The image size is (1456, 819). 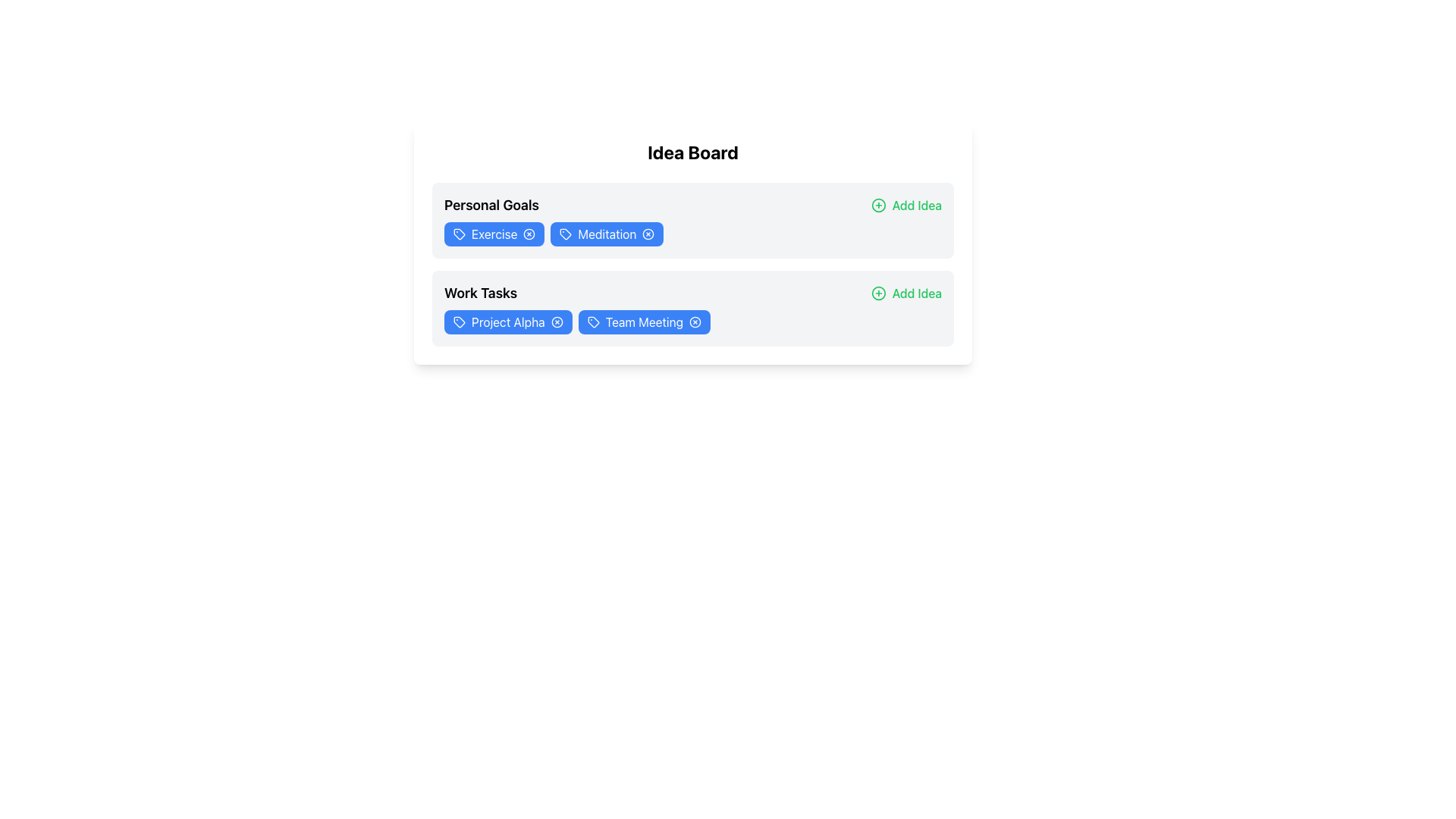 What do you see at coordinates (565, 234) in the screenshot?
I see `the icon associated with the 'Meditation' label, located within the blue button to the left of the text under the 'Personal Goals' header` at bounding box center [565, 234].